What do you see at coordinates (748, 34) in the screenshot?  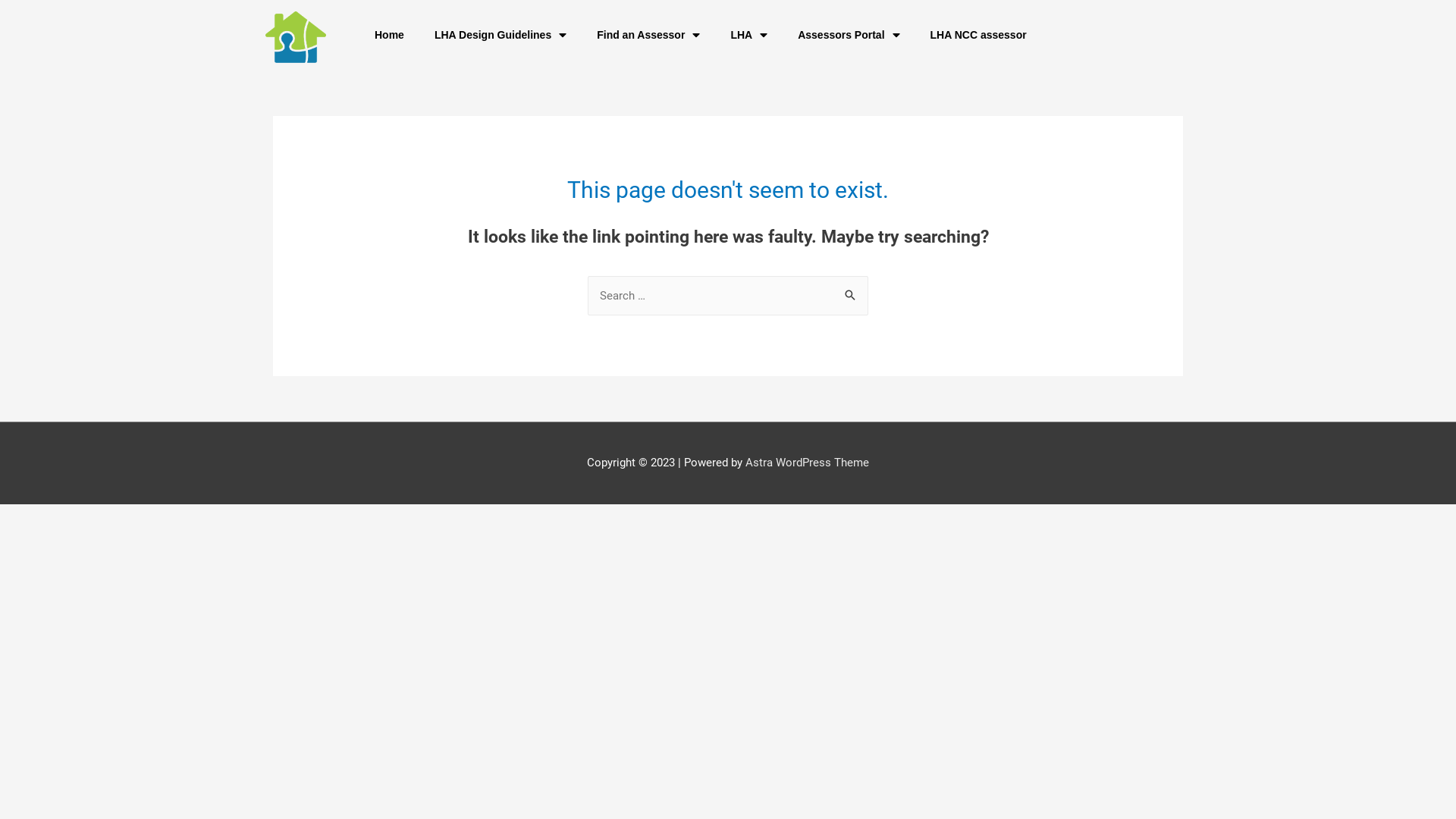 I see `'LHA'` at bounding box center [748, 34].